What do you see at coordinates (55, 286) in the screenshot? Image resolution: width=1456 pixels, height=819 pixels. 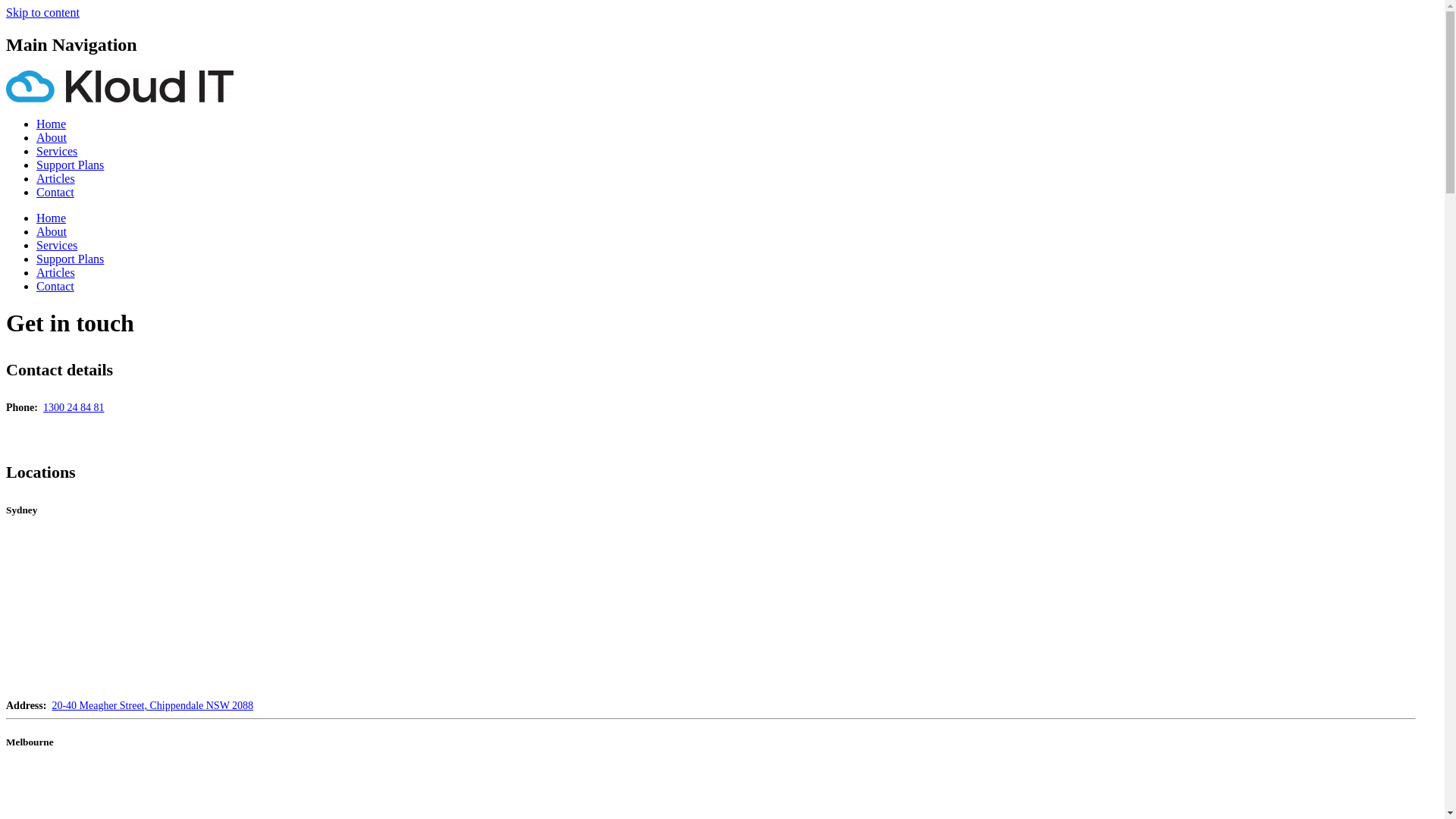 I see `'Contact'` at bounding box center [55, 286].